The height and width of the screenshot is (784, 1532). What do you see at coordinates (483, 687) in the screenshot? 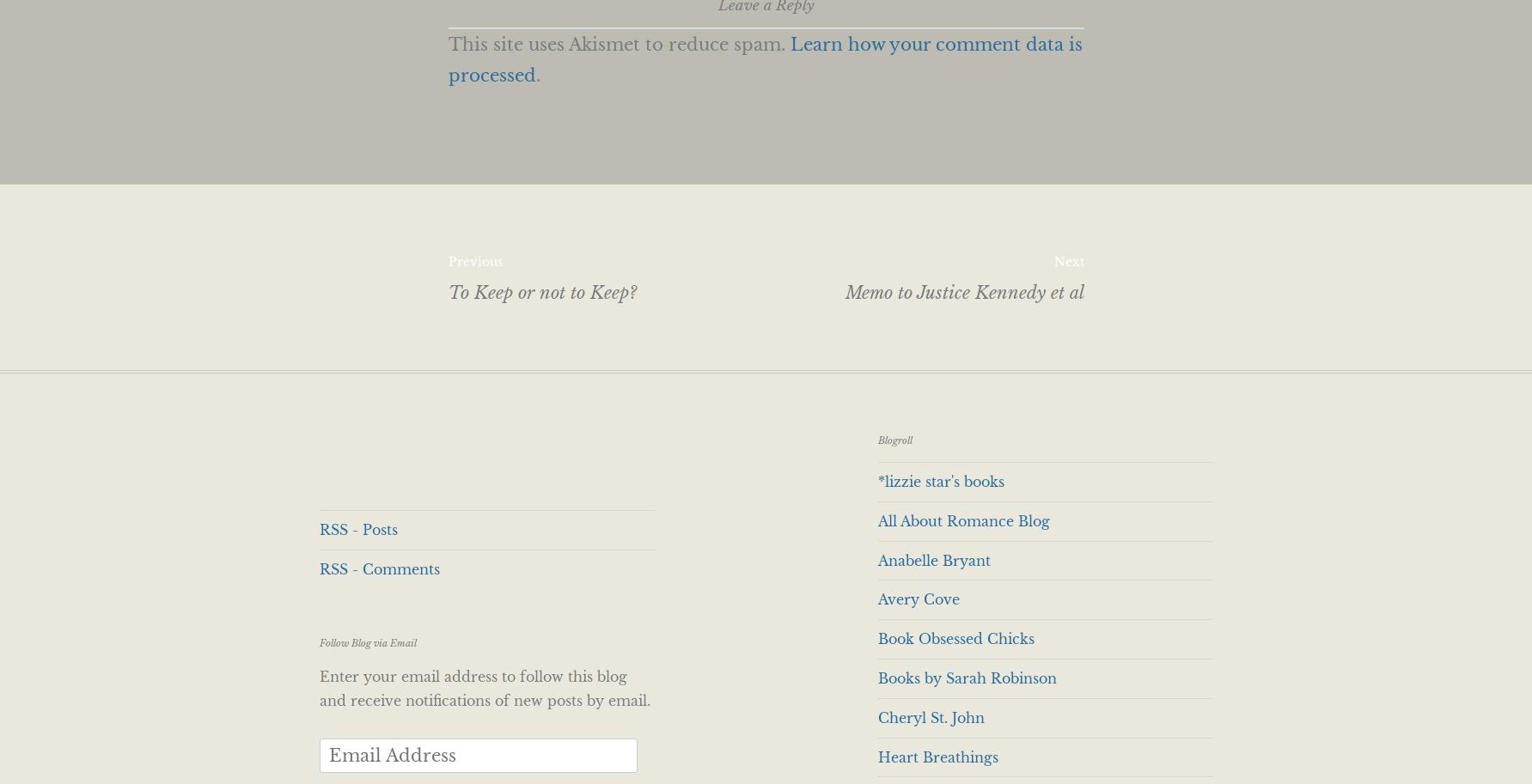
I see `'Enter your email address to follow this blog and receive notifications of new posts by email.'` at bounding box center [483, 687].